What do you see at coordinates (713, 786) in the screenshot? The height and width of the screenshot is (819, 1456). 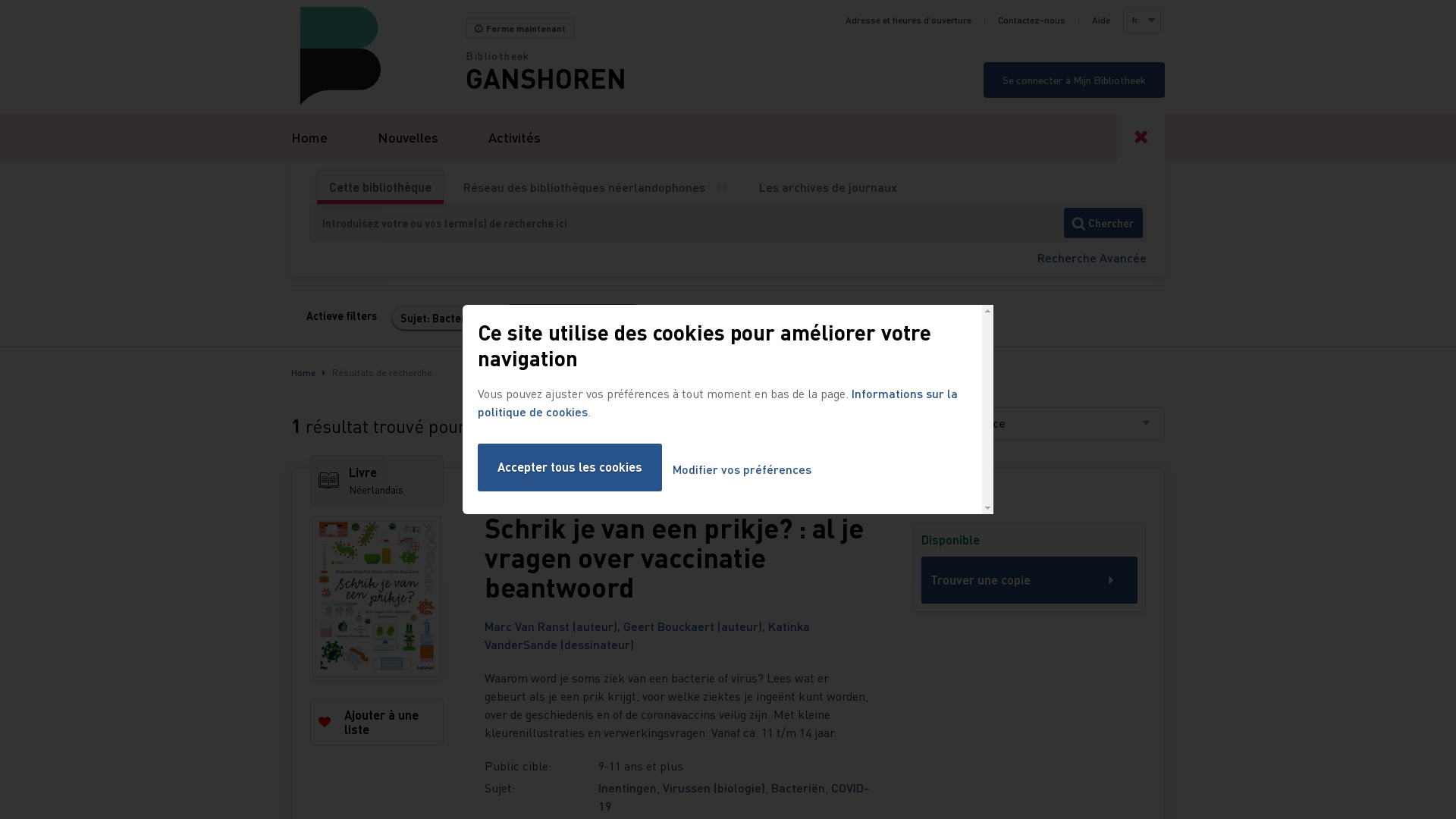 I see `'Virussen (biologie)'` at bounding box center [713, 786].